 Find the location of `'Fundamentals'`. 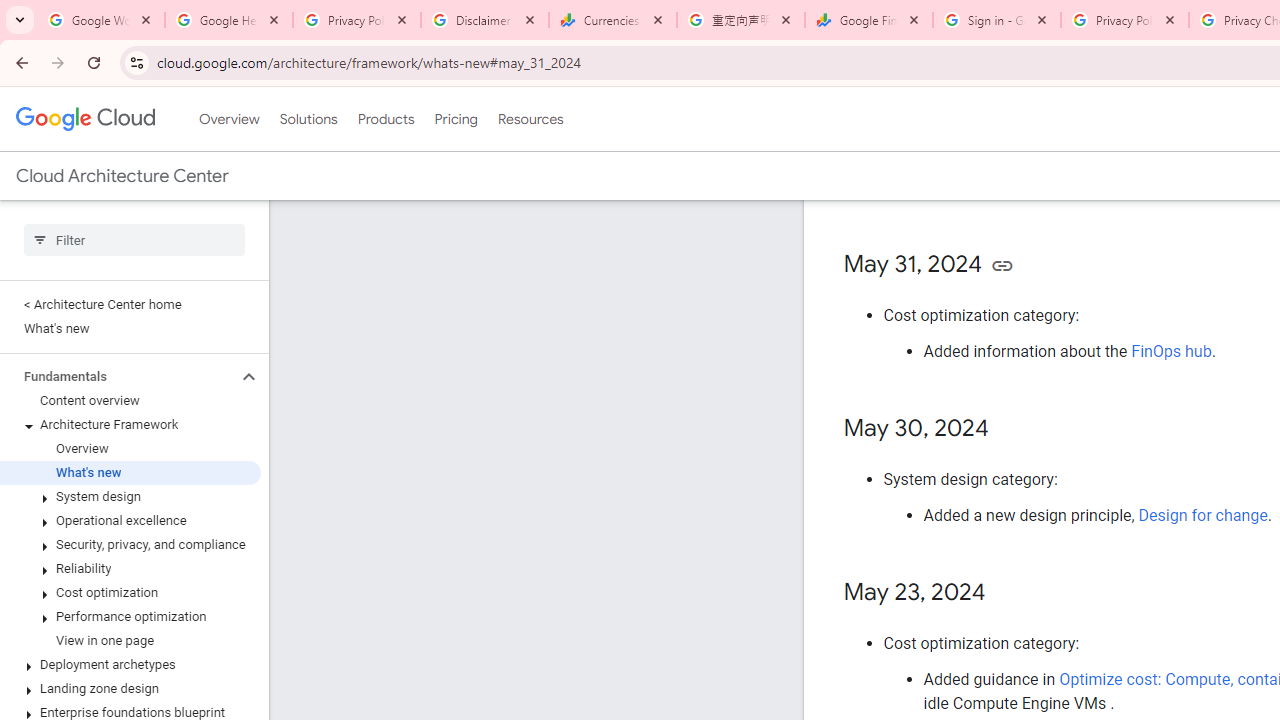

'Fundamentals' is located at coordinates (117, 376).